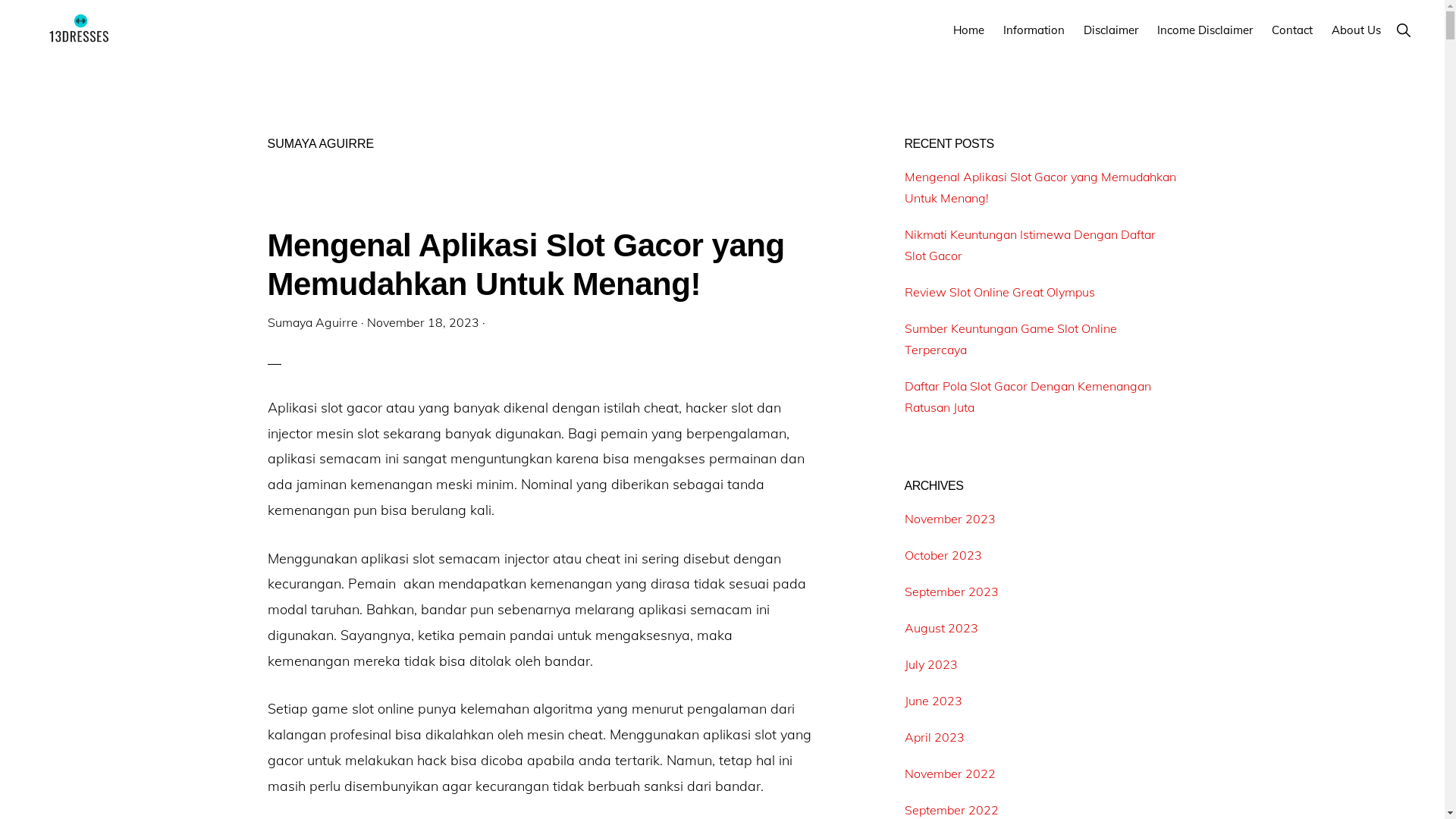  I want to click on 'Information', so click(996, 30).